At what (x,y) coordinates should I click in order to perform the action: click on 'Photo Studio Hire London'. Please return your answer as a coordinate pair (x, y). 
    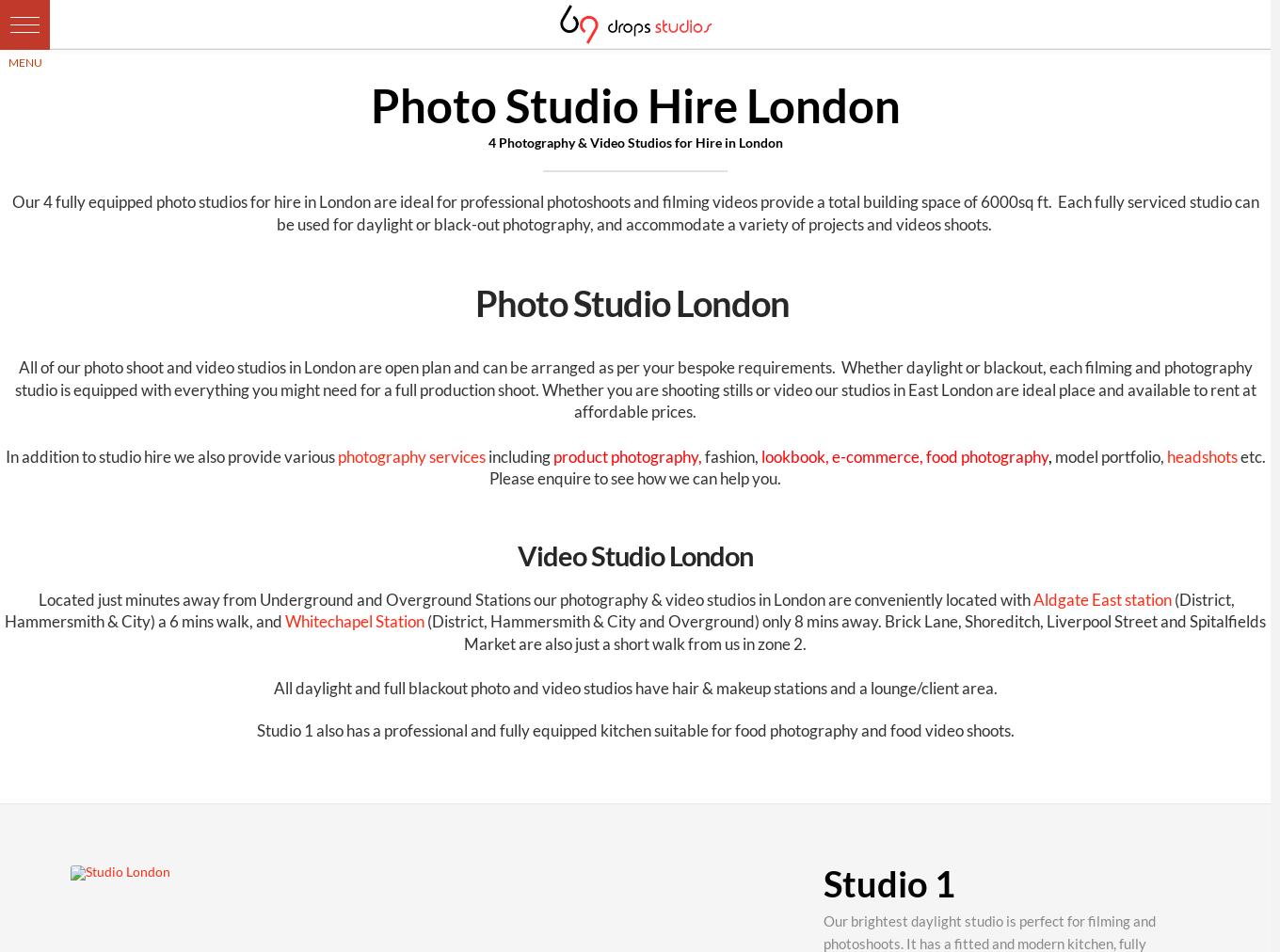
    Looking at the image, I should click on (370, 103).